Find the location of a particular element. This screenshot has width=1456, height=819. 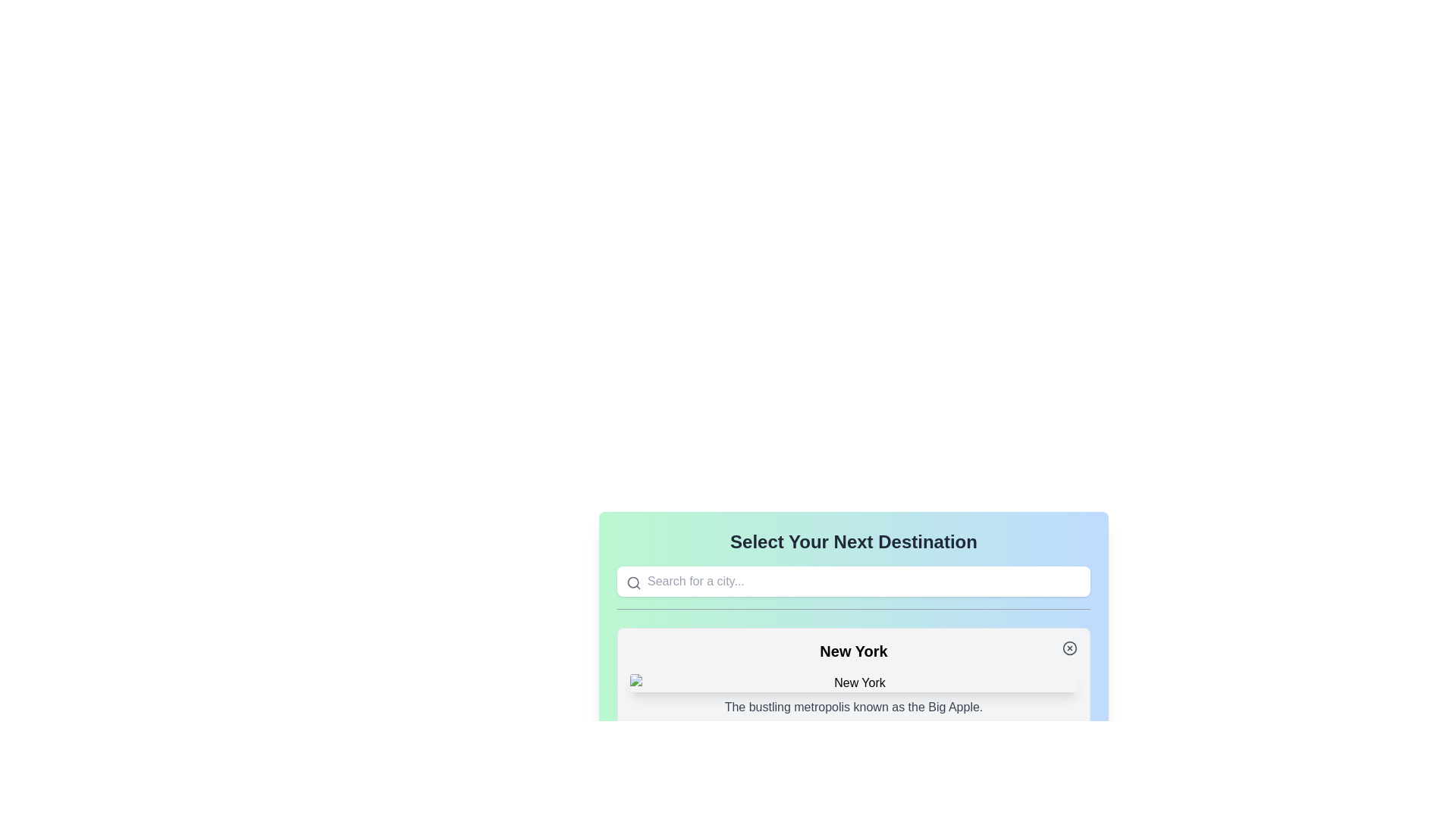

the SVG circle component that represents the search function located to the left of the 'Search for a city...' placeholder text in the input field is located at coordinates (633, 582).